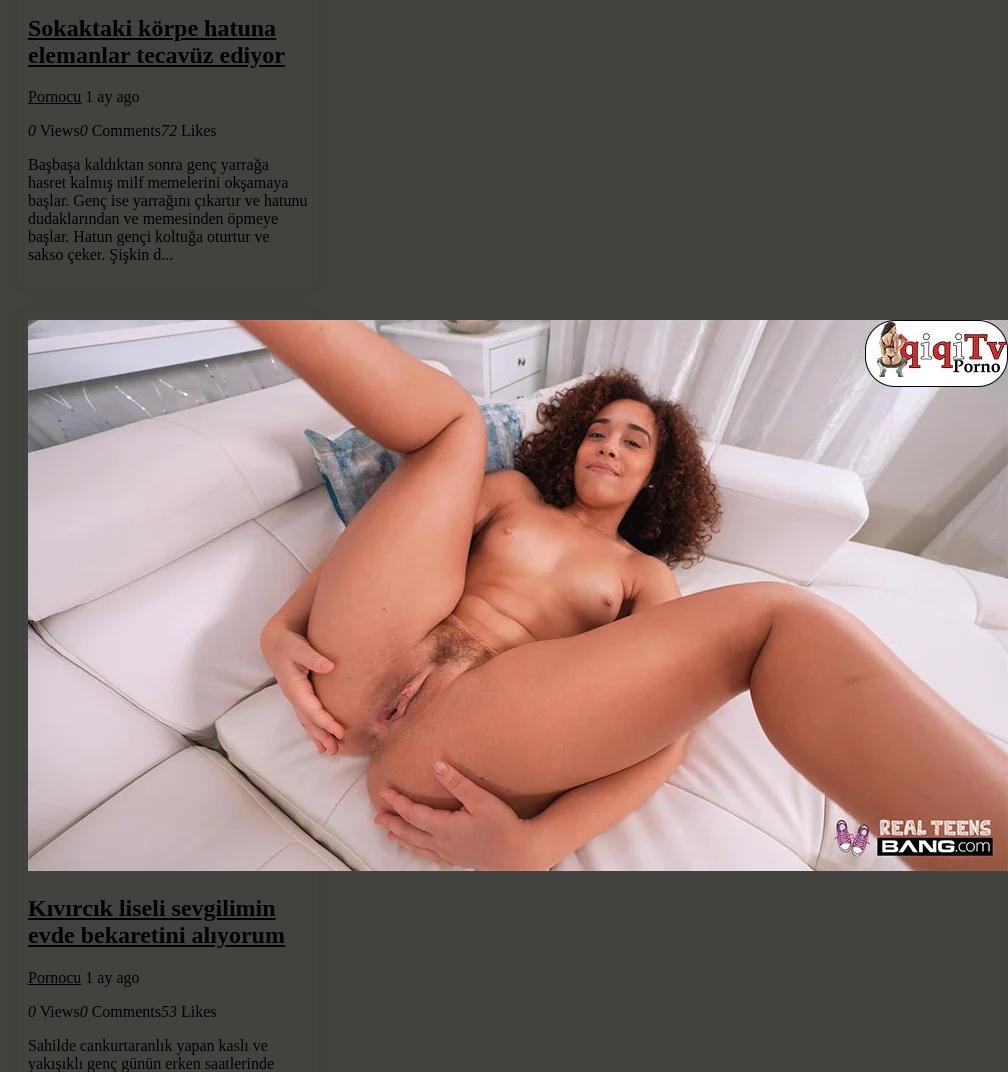 The width and height of the screenshot is (1008, 1072). I want to click on '72', so click(168, 130).